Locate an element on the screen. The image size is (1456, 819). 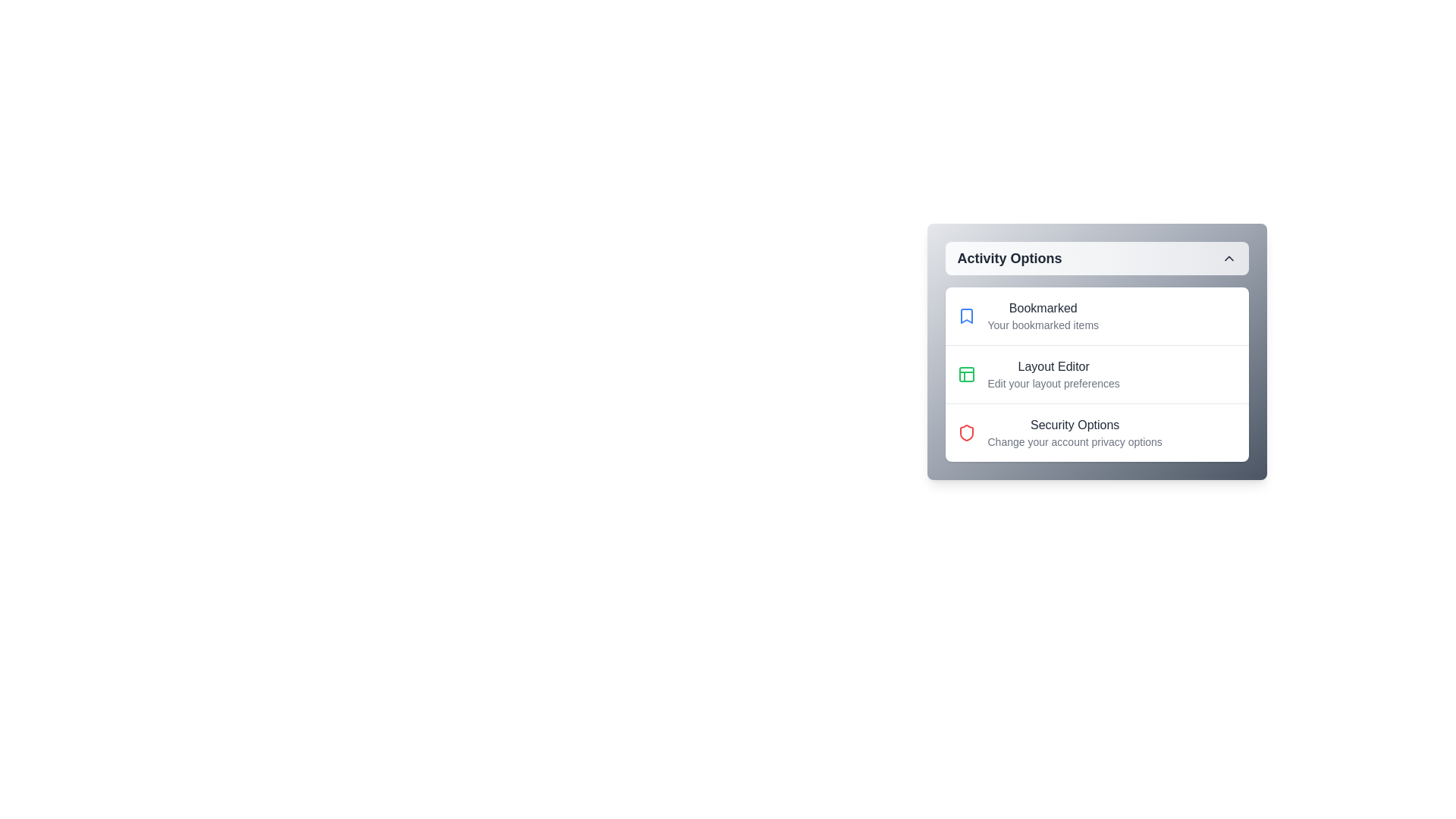
text content of the Label titled 'Bookmarked' with subtext 'Your bookmarked items', located in the upper section of the 'Activity Options' menu is located at coordinates (1042, 315).